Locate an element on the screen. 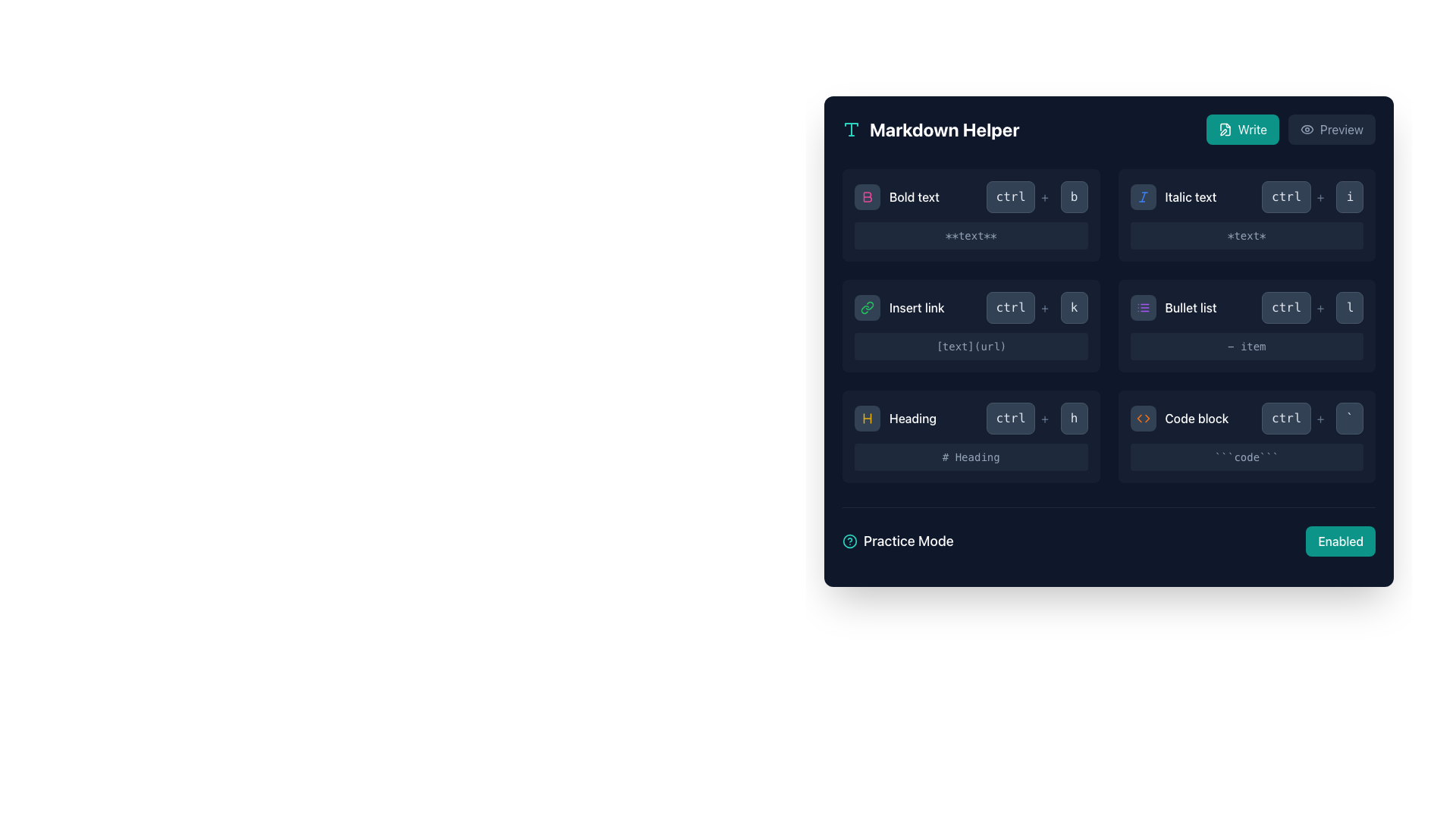  the button displaying the letter 'h' with a dark slate background, located in the 'Heading' section of the interface, which represents the keyboard shortcut 'ctrl + h' is located at coordinates (1073, 418).